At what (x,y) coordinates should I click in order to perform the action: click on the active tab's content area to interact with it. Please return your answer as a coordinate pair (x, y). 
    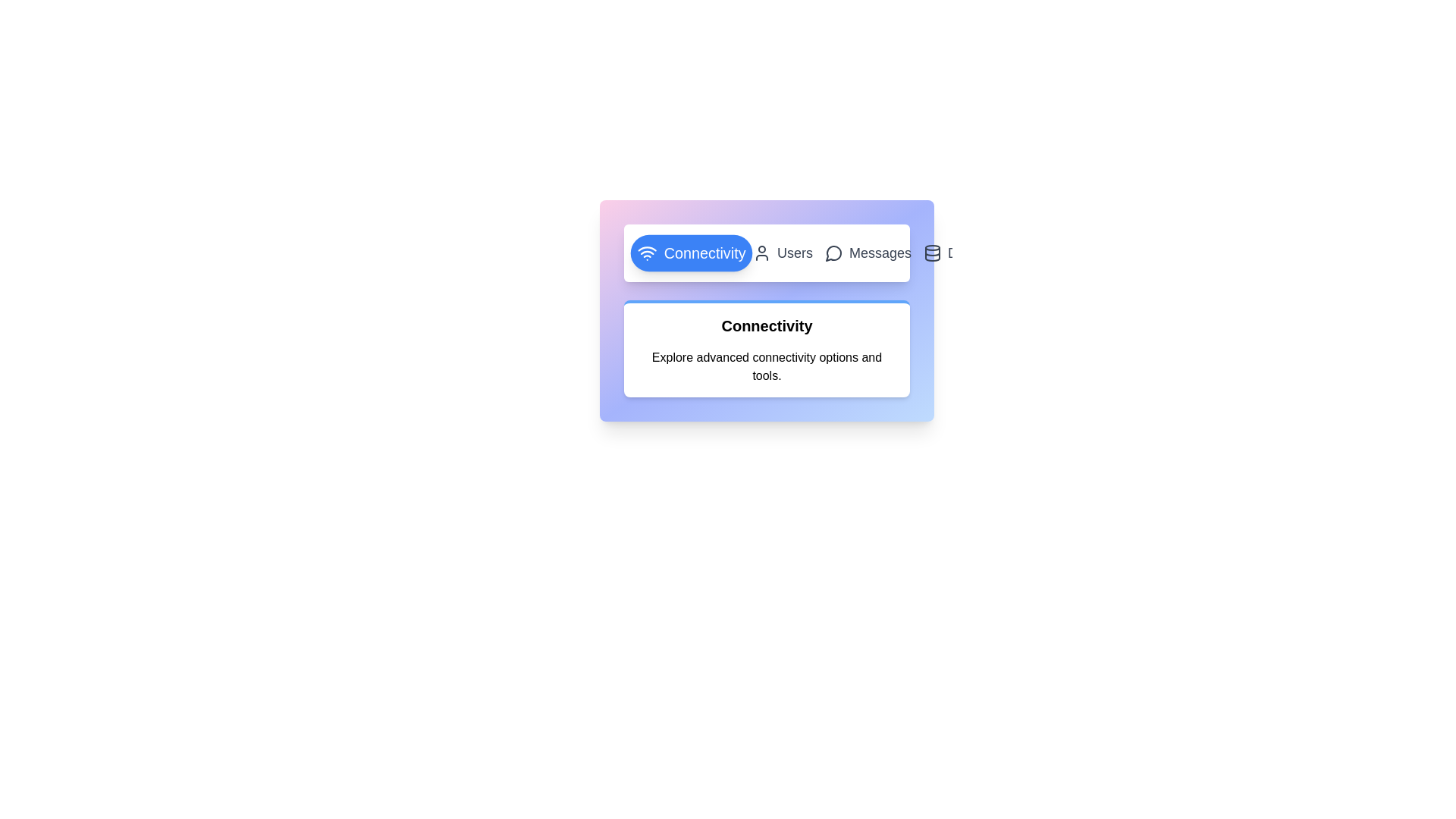
    Looking at the image, I should click on (767, 348).